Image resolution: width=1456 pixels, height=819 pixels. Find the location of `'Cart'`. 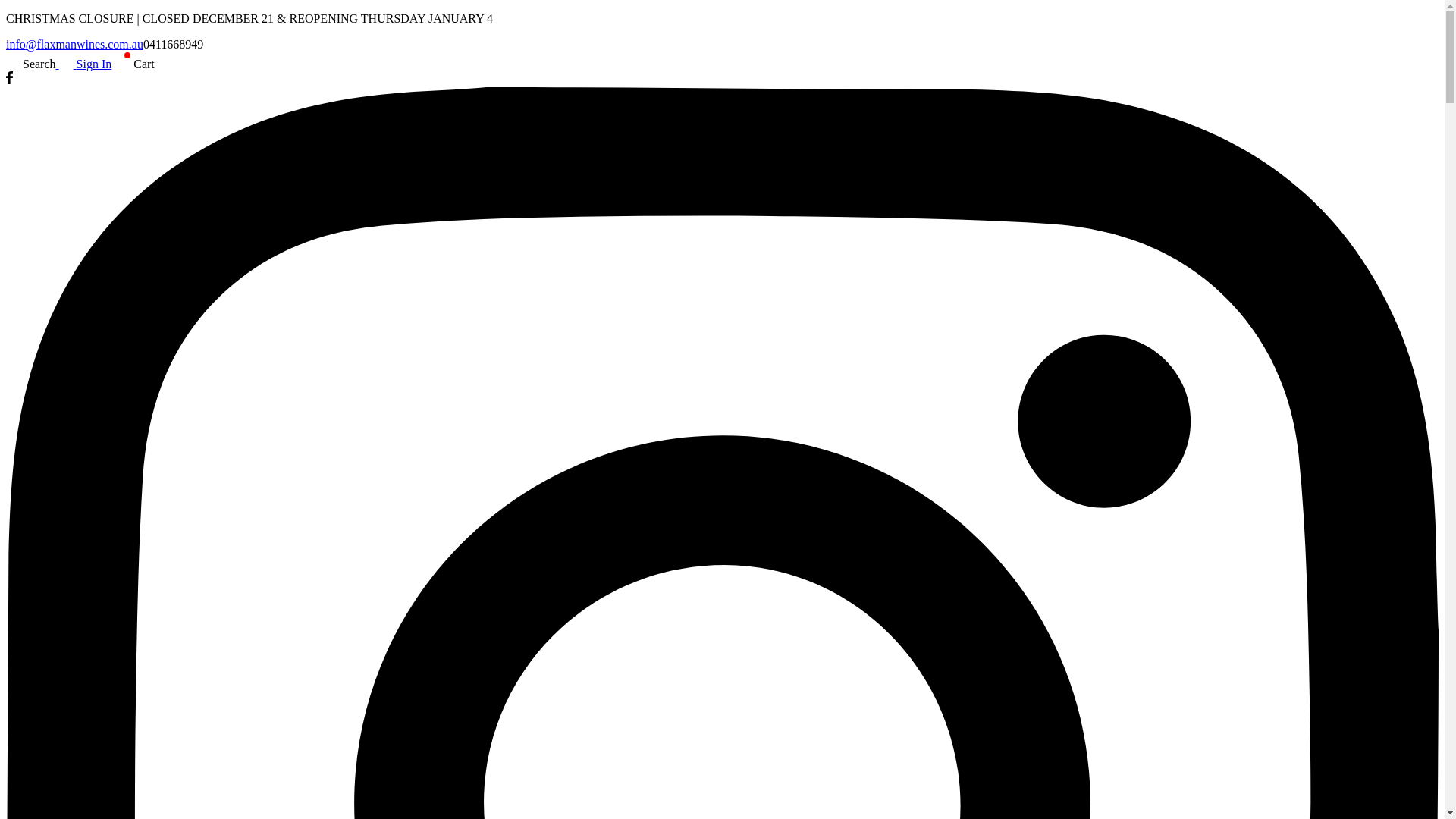

'Cart' is located at coordinates (111, 63).